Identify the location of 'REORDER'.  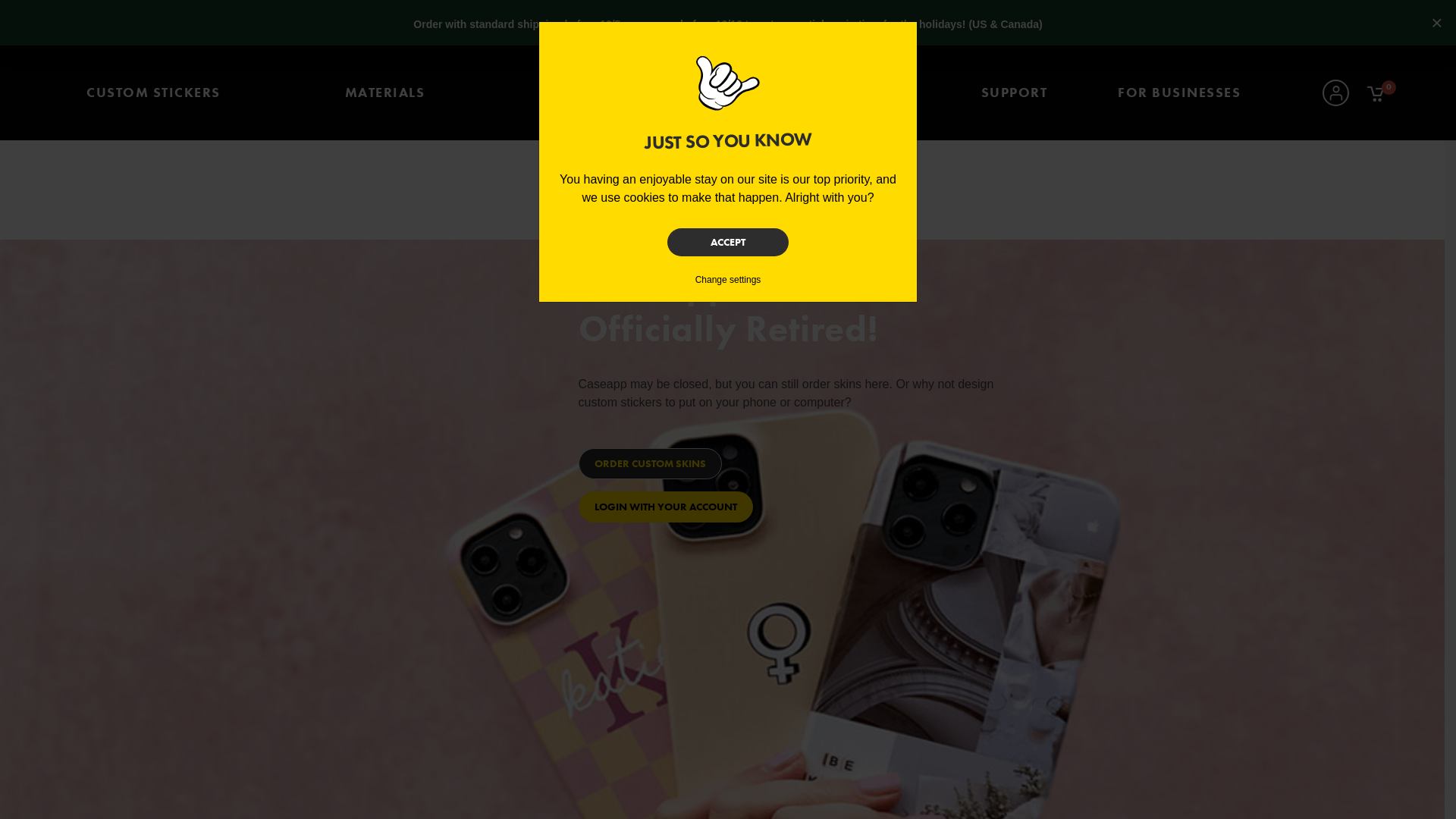
(548, 93).